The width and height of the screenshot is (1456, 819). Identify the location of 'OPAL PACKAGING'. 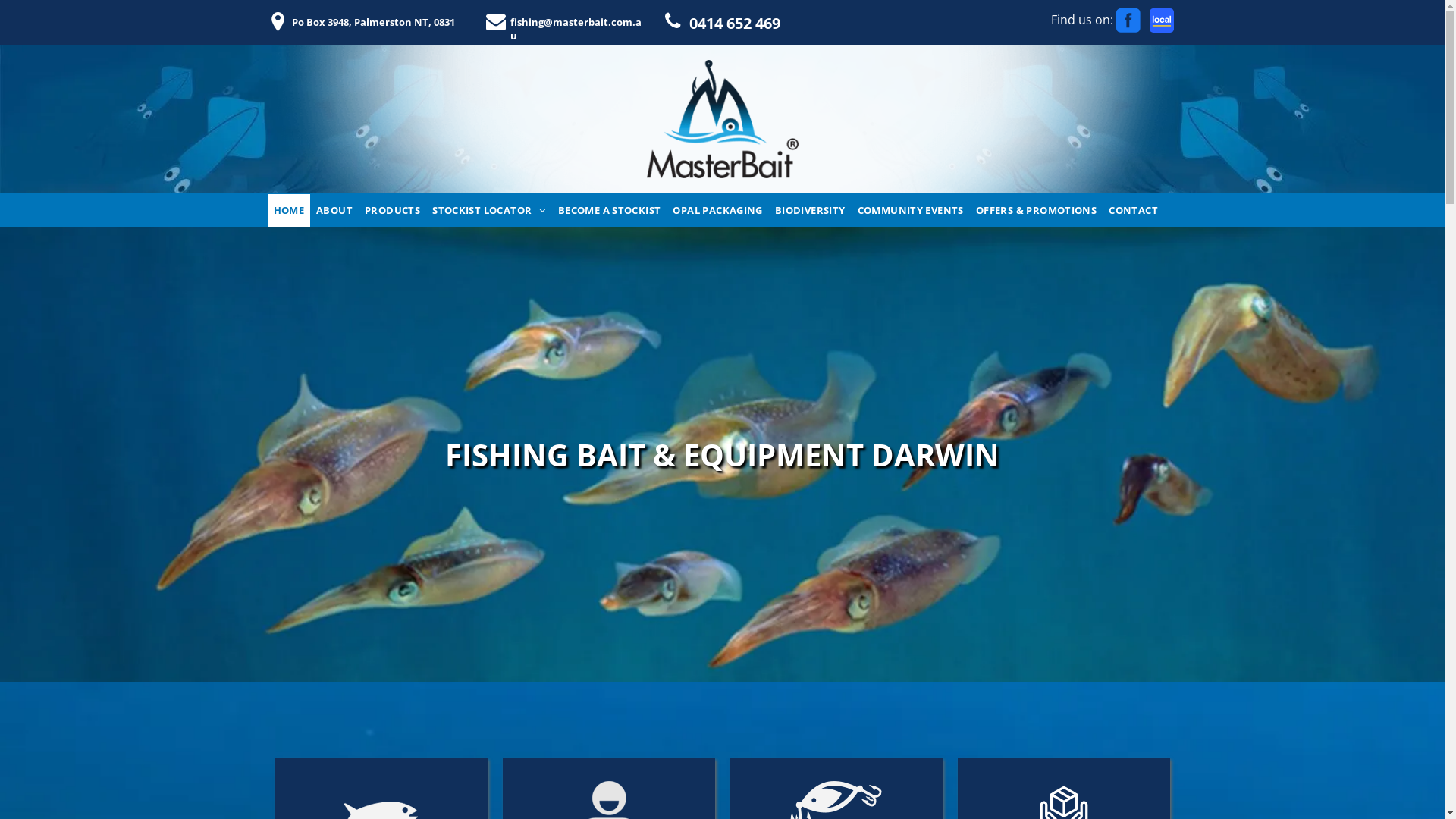
(716, 210).